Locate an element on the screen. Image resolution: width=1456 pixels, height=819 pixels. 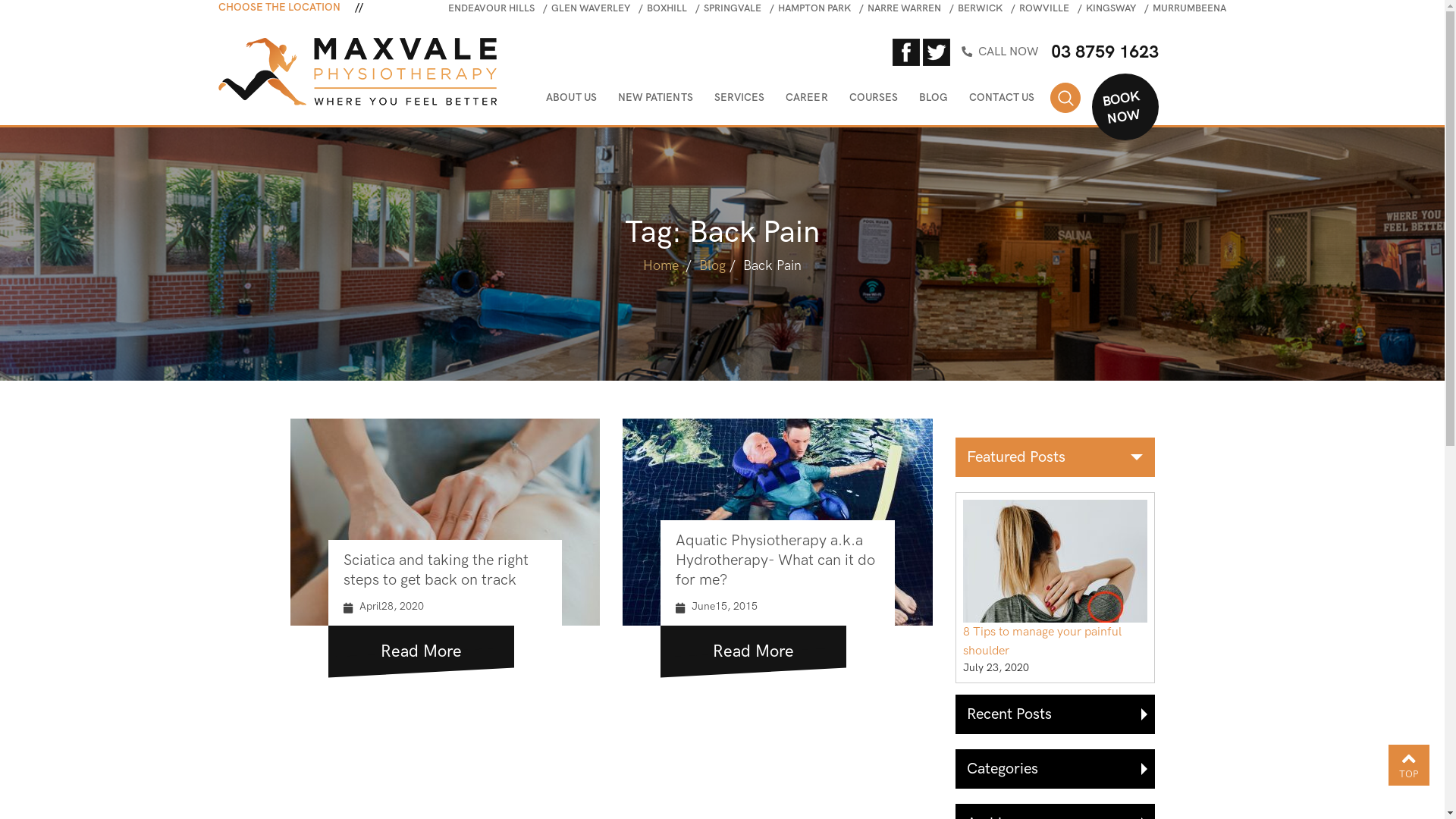
'BLOG' is located at coordinates (932, 100).